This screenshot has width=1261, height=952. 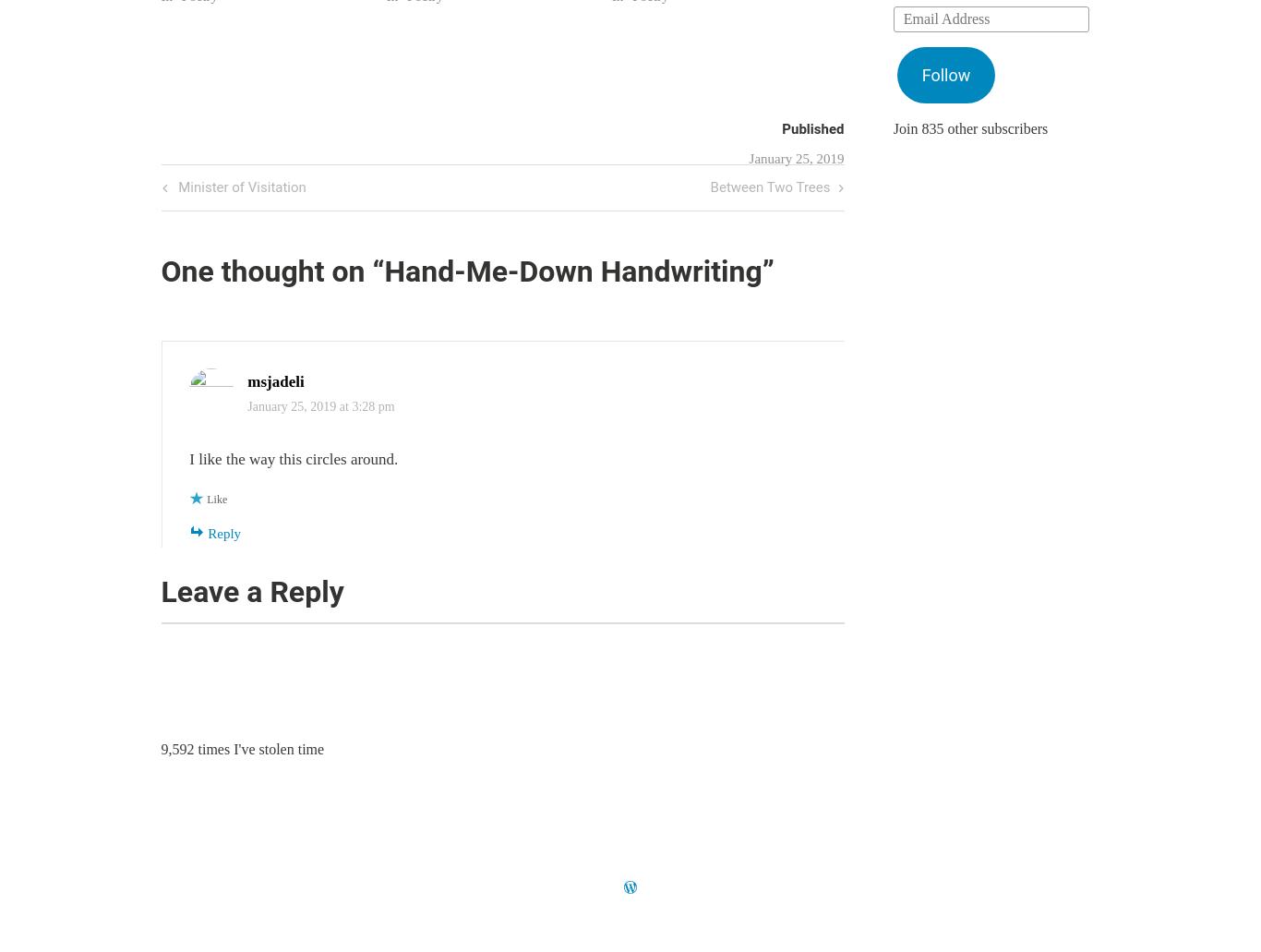 I want to click on 'I like the way this circles around.', so click(x=294, y=459).